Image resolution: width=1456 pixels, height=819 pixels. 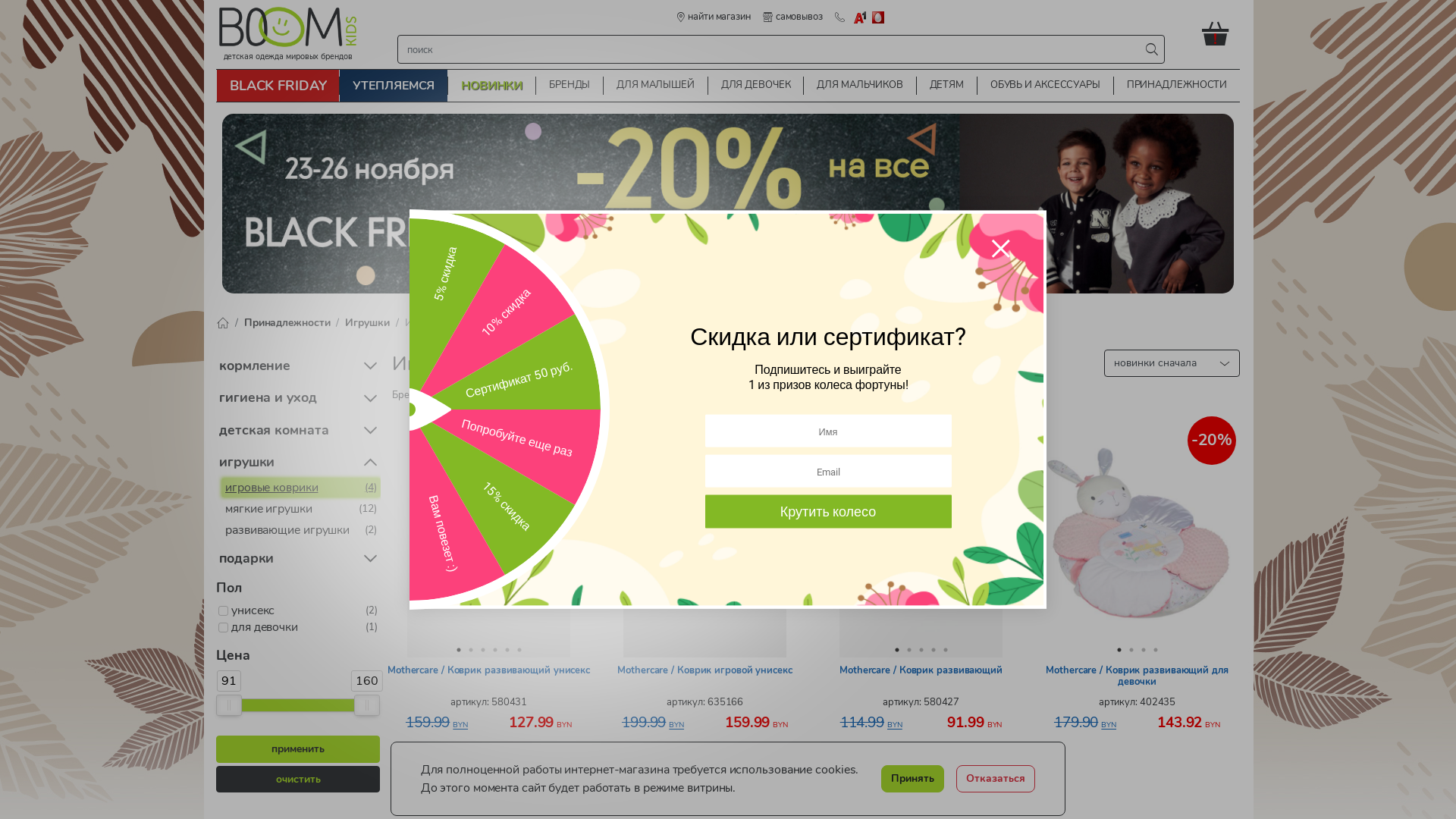 What do you see at coordinates (216, 85) in the screenshot?
I see `'BLACK FRIDAY'` at bounding box center [216, 85].